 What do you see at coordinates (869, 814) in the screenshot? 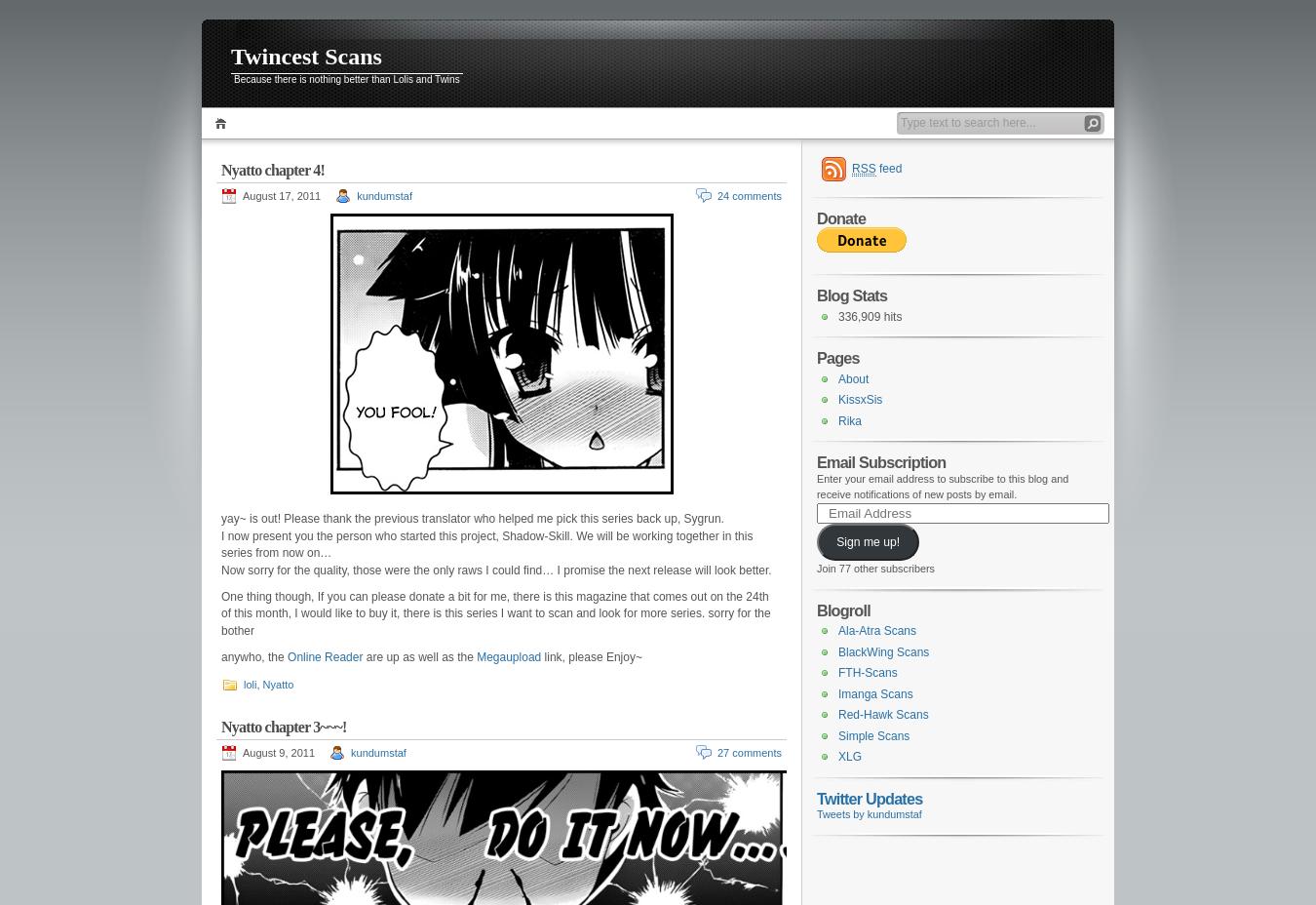
I see `'Tweets by kundumstaf'` at bounding box center [869, 814].